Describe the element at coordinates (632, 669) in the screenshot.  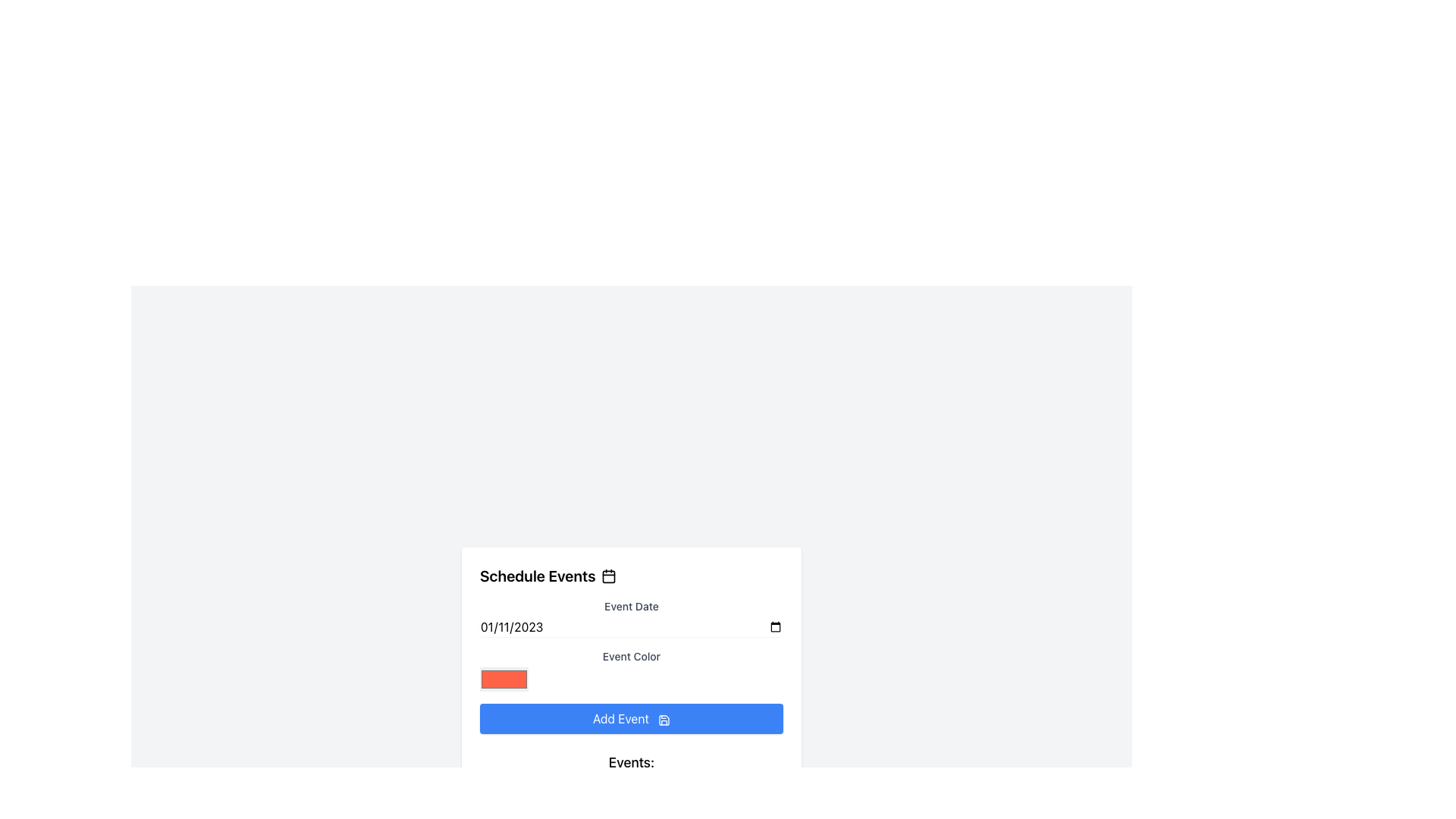
I see `the Color picker element located in the middle section of the pop-up form, directly below the 'Event Date' field and above the 'Add Event' button` at that location.